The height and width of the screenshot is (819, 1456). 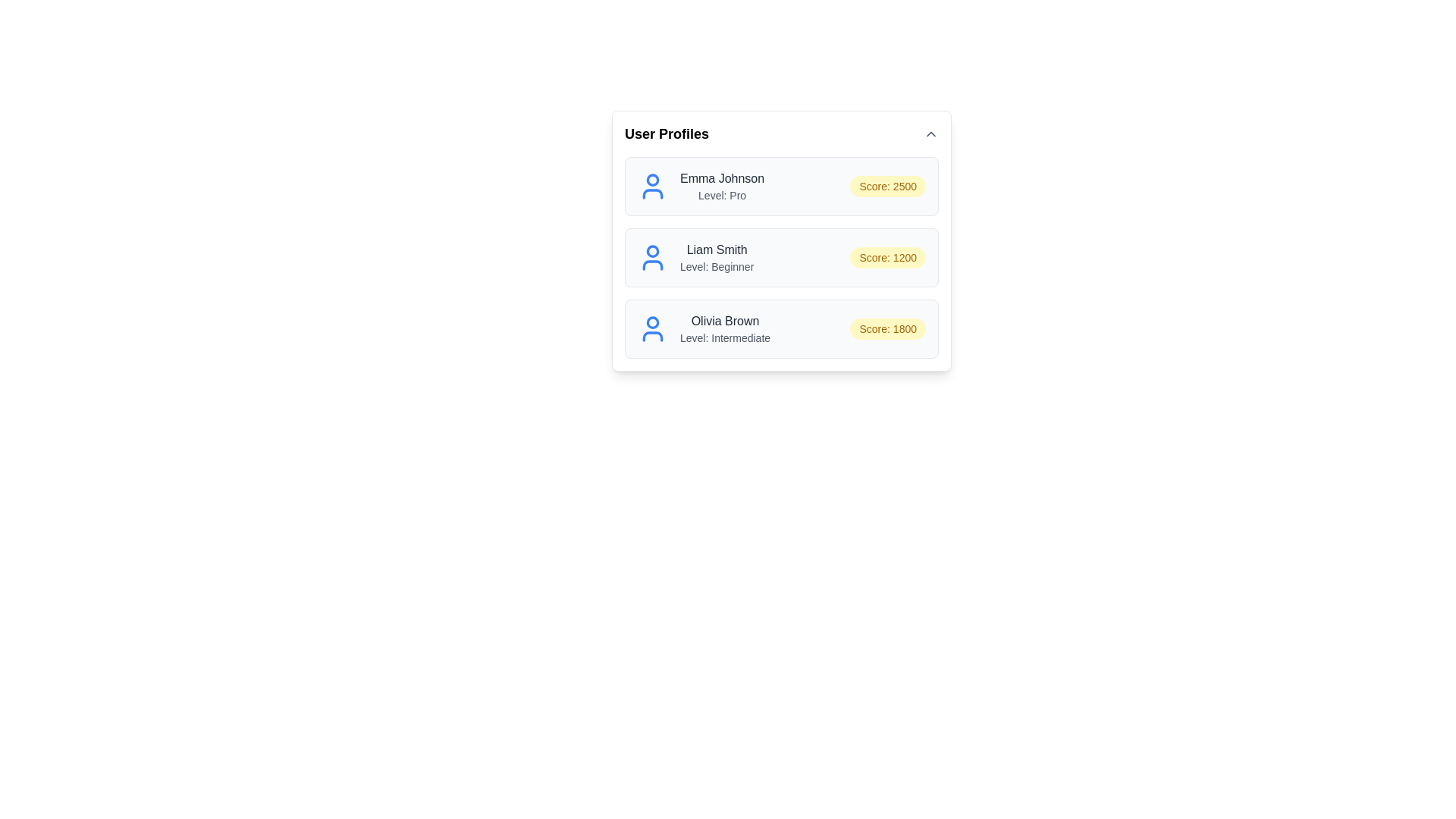 I want to click on the Text Display with Icon element that displays the user information 'Emma Johnson' and 'Level: Pro' next to a blue user profile icon, located at the top of the user profiles list, so click(x=700, y=186).